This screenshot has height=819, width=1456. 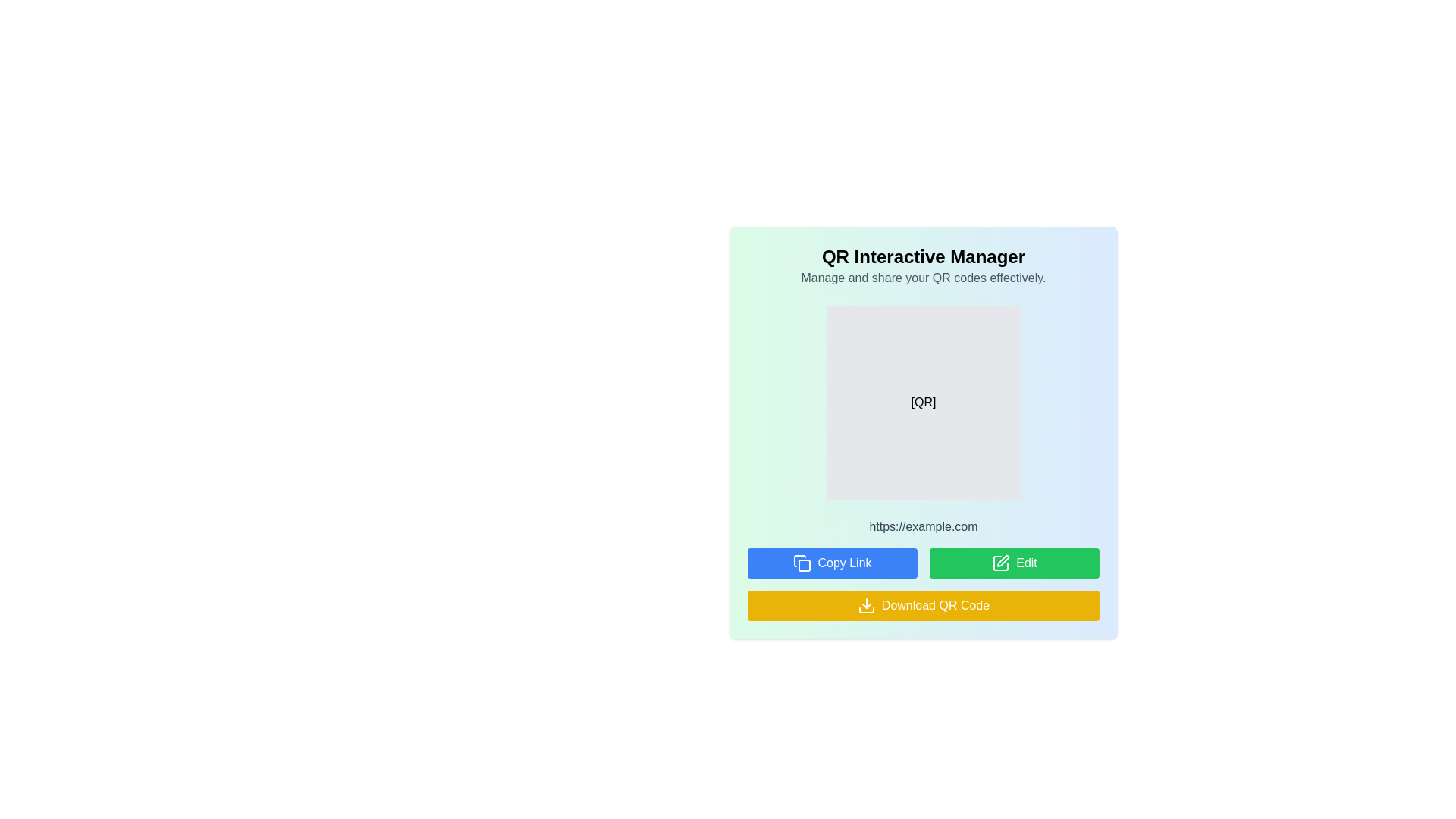 What do you see at coordinates (923, 278) in the screenshot?
I see `the text label displaying 'Manage and share your QR codes effectively.' which is centrally aligned and located beneath the title 'QR Interactive Manager'` at bounding box center [923, 278].